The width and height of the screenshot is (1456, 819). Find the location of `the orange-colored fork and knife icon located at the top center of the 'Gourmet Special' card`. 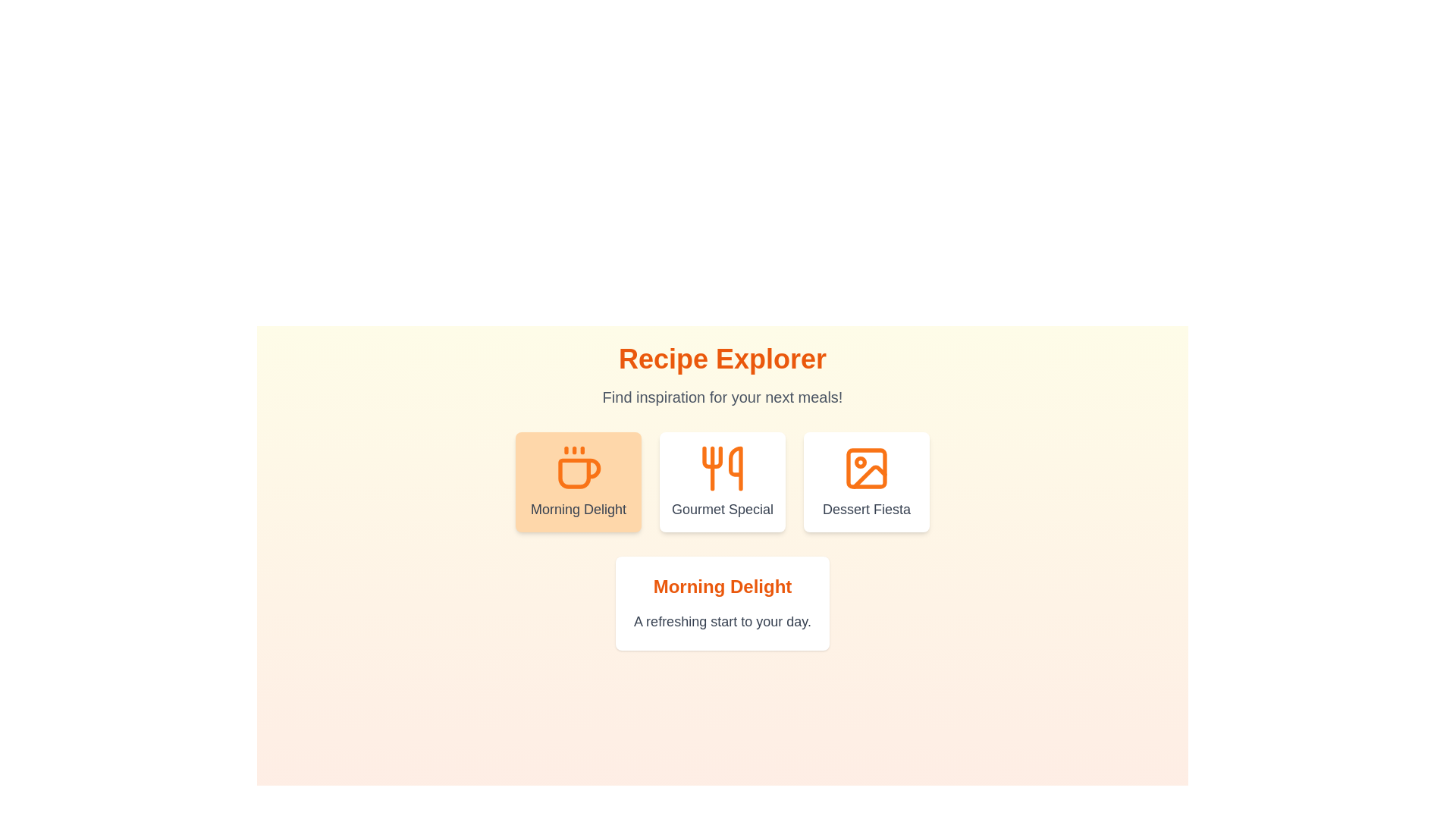

the orange-colored fork and knife icon located at the top center of the 'Gourmet Special' card is located at coordinates (722, 467).